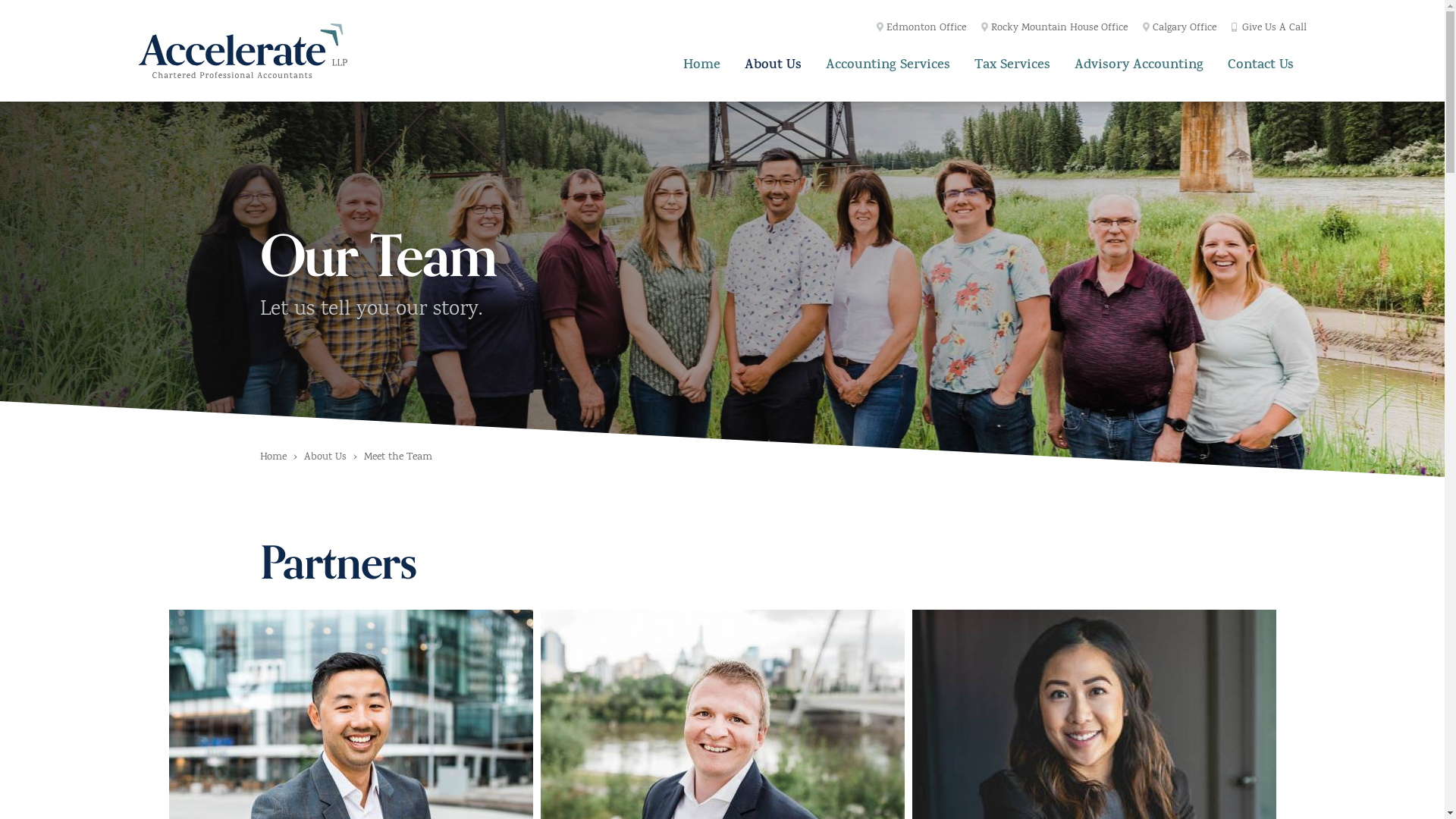 This screenshot has width=1456, height=819. What do you see at coordinates (877, 29) in the screenshot?
I see `'Edmonton Office'` at bounding box center [877, 29].